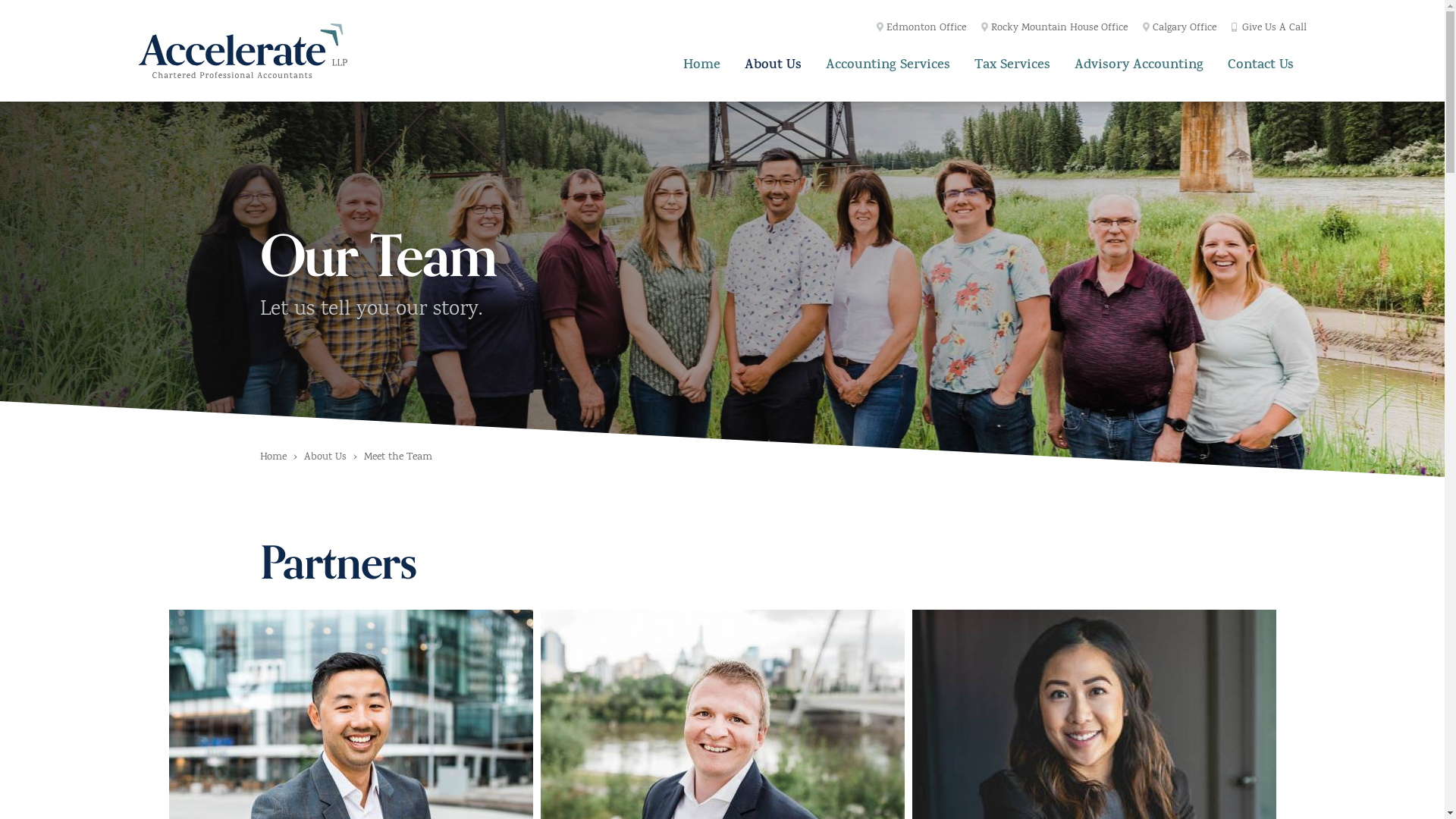 This screenshot has width=1456, height=819. What do you see at coordinates (877, 29) in the screenshot?
I see `'Edmonton Office'` at bounding box center [877, 29].